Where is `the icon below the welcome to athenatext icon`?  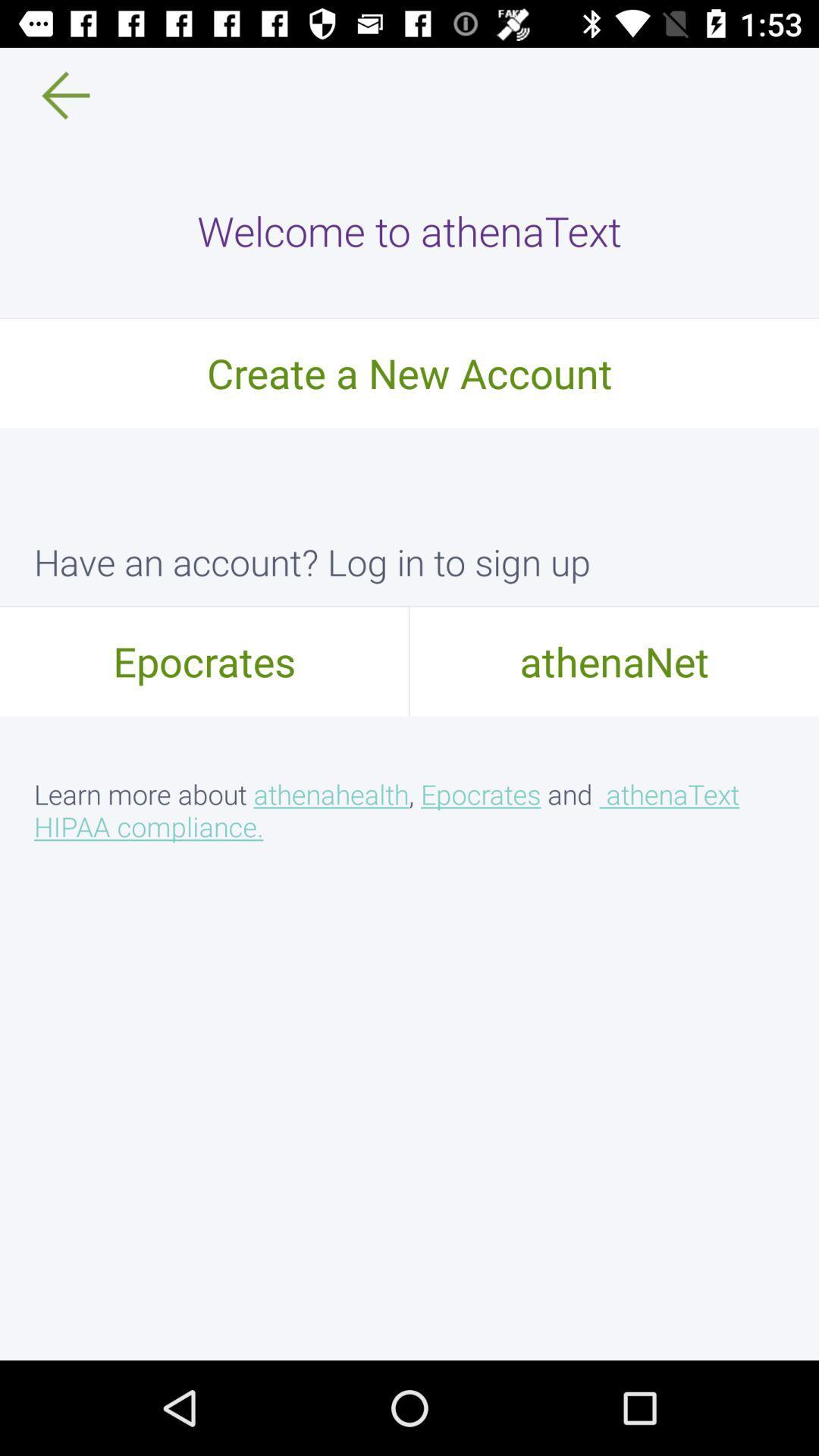
the icon below the welcome to athenatext icon is located at coordinates (409, 372).